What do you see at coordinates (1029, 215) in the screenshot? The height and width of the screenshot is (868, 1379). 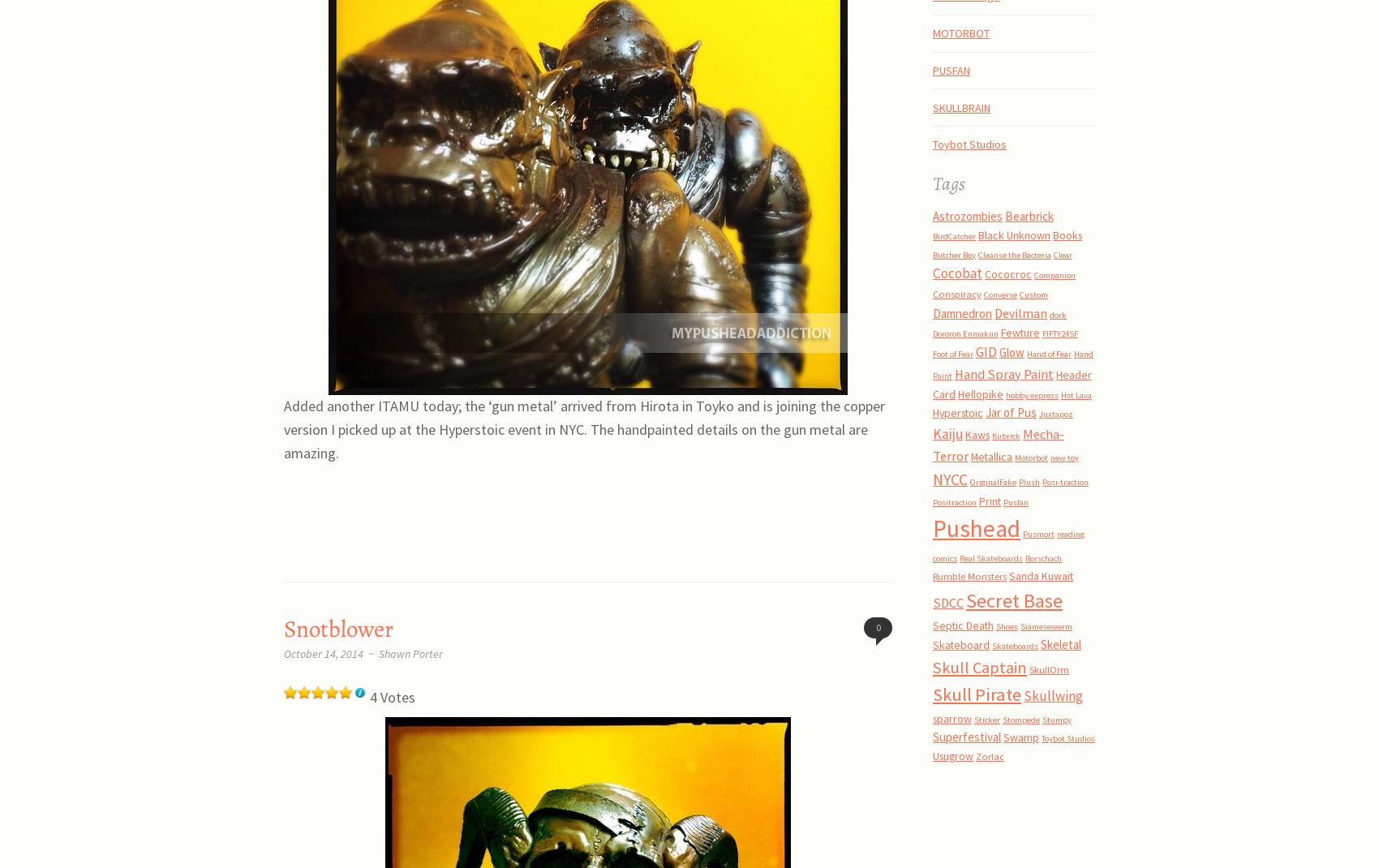 I see `'Bearbrick'` at bounding box center [1029, 215].